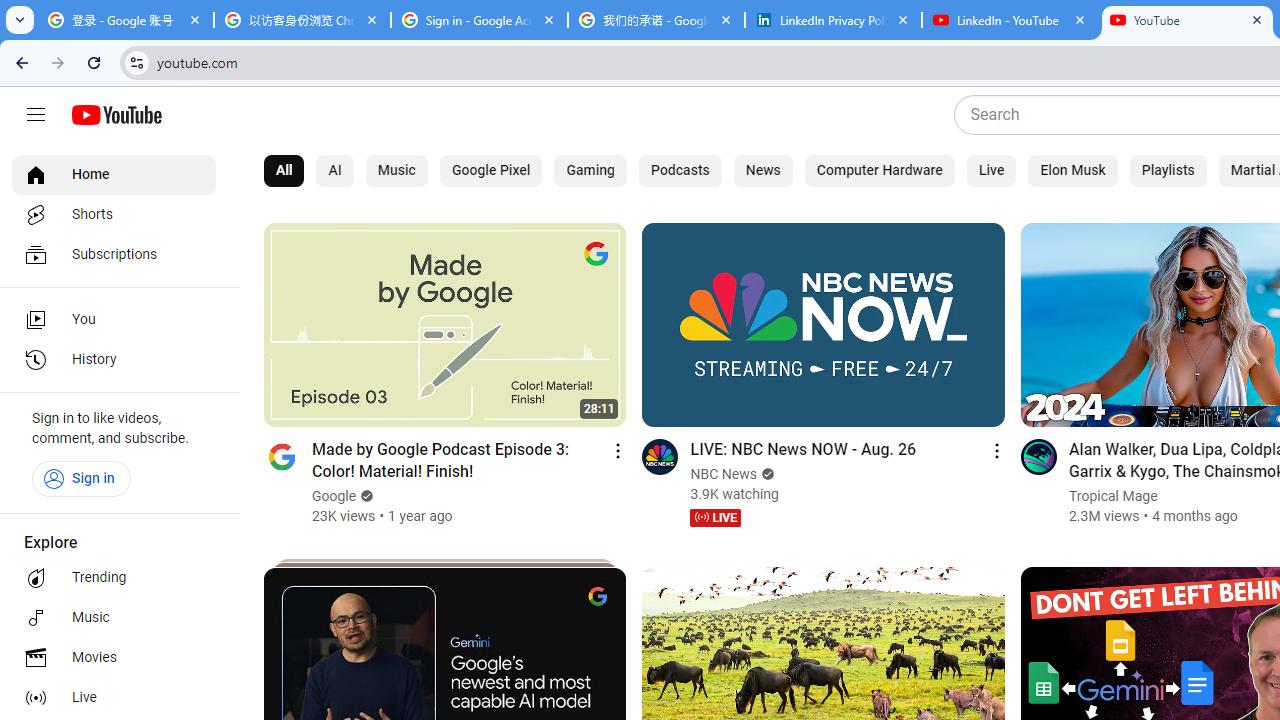  Describe the element at coordinates (112, 578) in the screenshot. I see `'Trending'` at that location.